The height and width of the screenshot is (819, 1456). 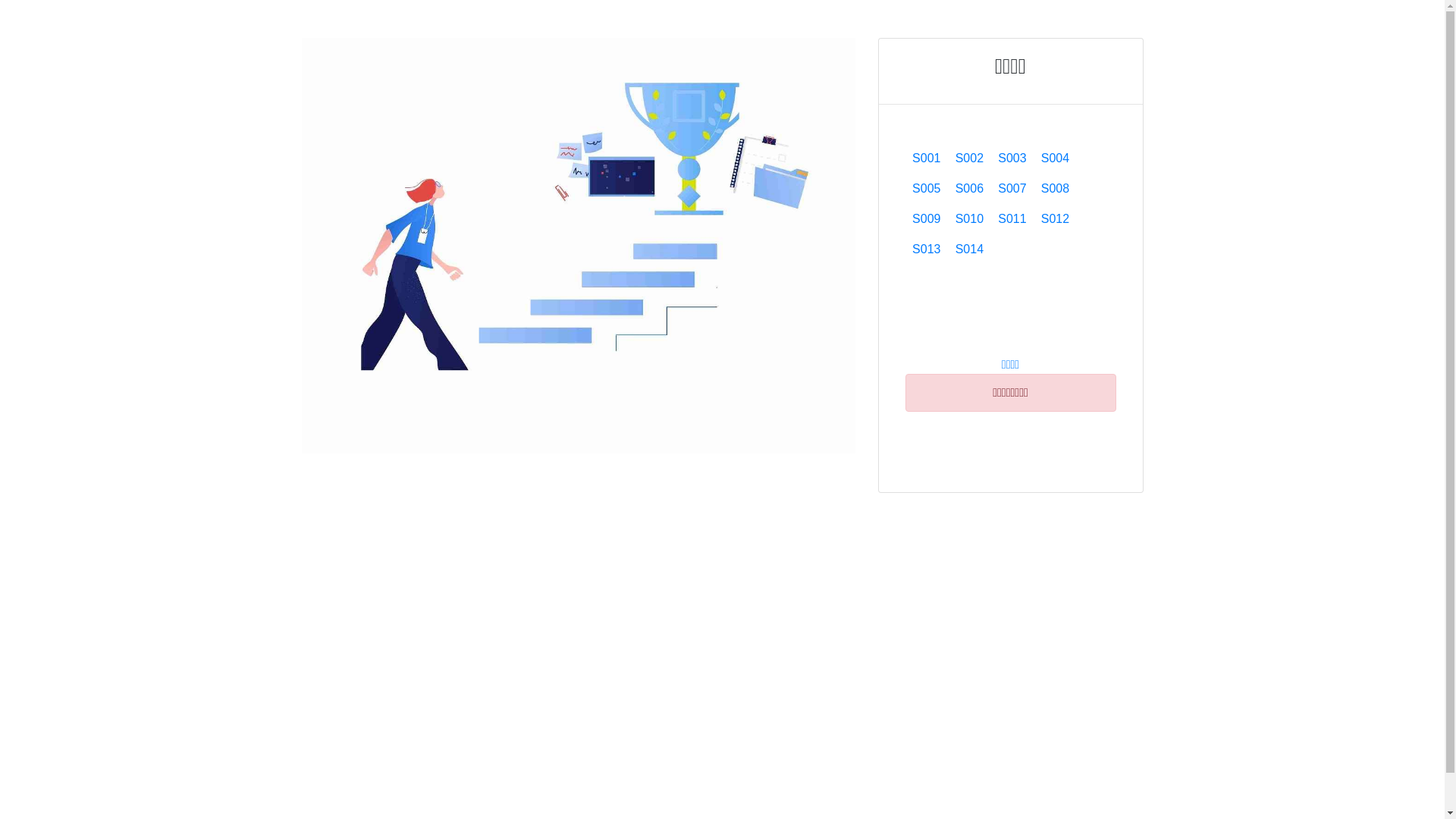 What do you see at coordinates (1054, 219) in the screenshot?
I see `'S012'` at bounding box center [1054, 219].